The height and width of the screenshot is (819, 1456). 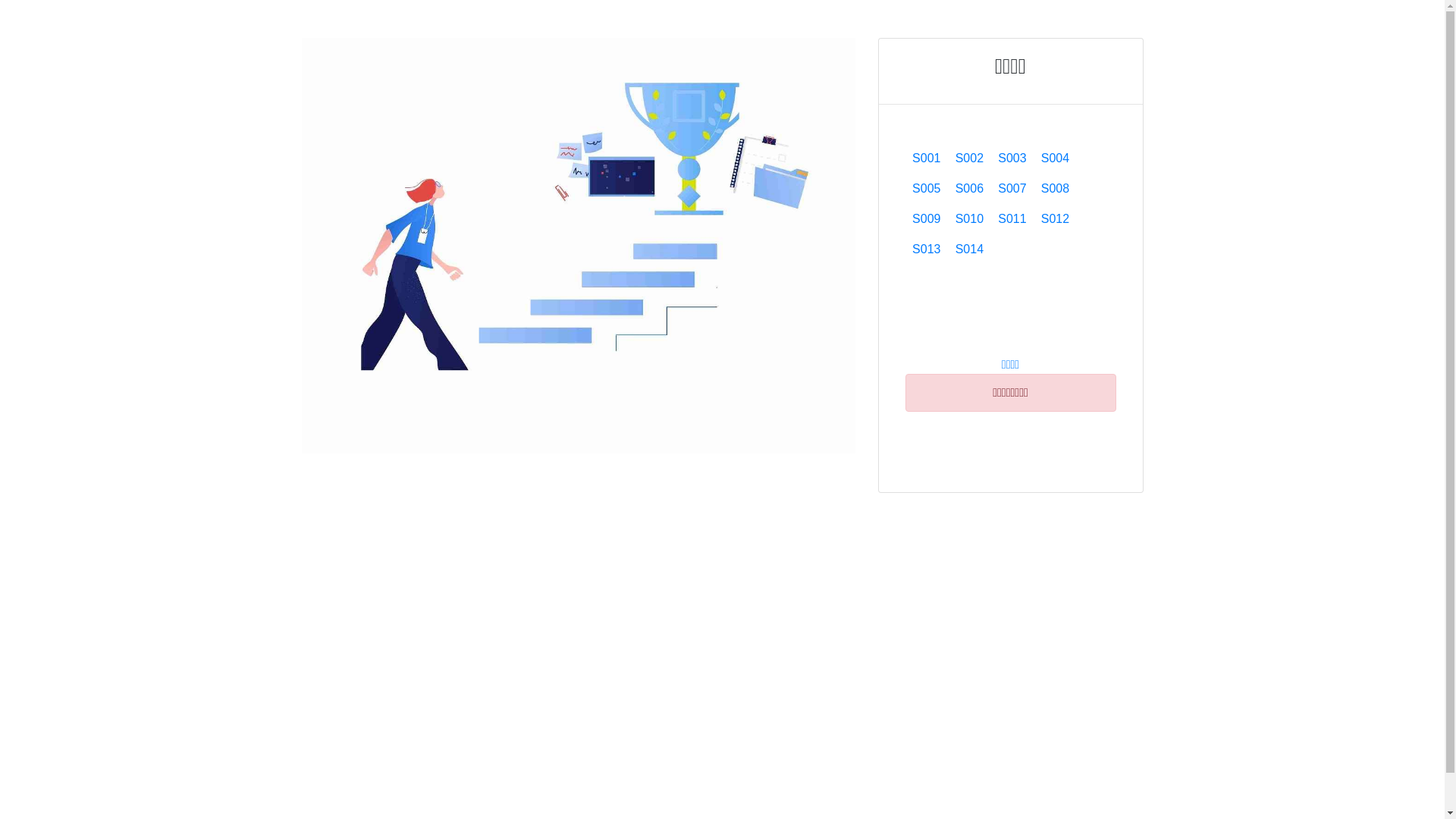 What do you see at coordinates (1054, 219) in the screenshot?
I see `'S012'` at bounding box center [1054, 219].